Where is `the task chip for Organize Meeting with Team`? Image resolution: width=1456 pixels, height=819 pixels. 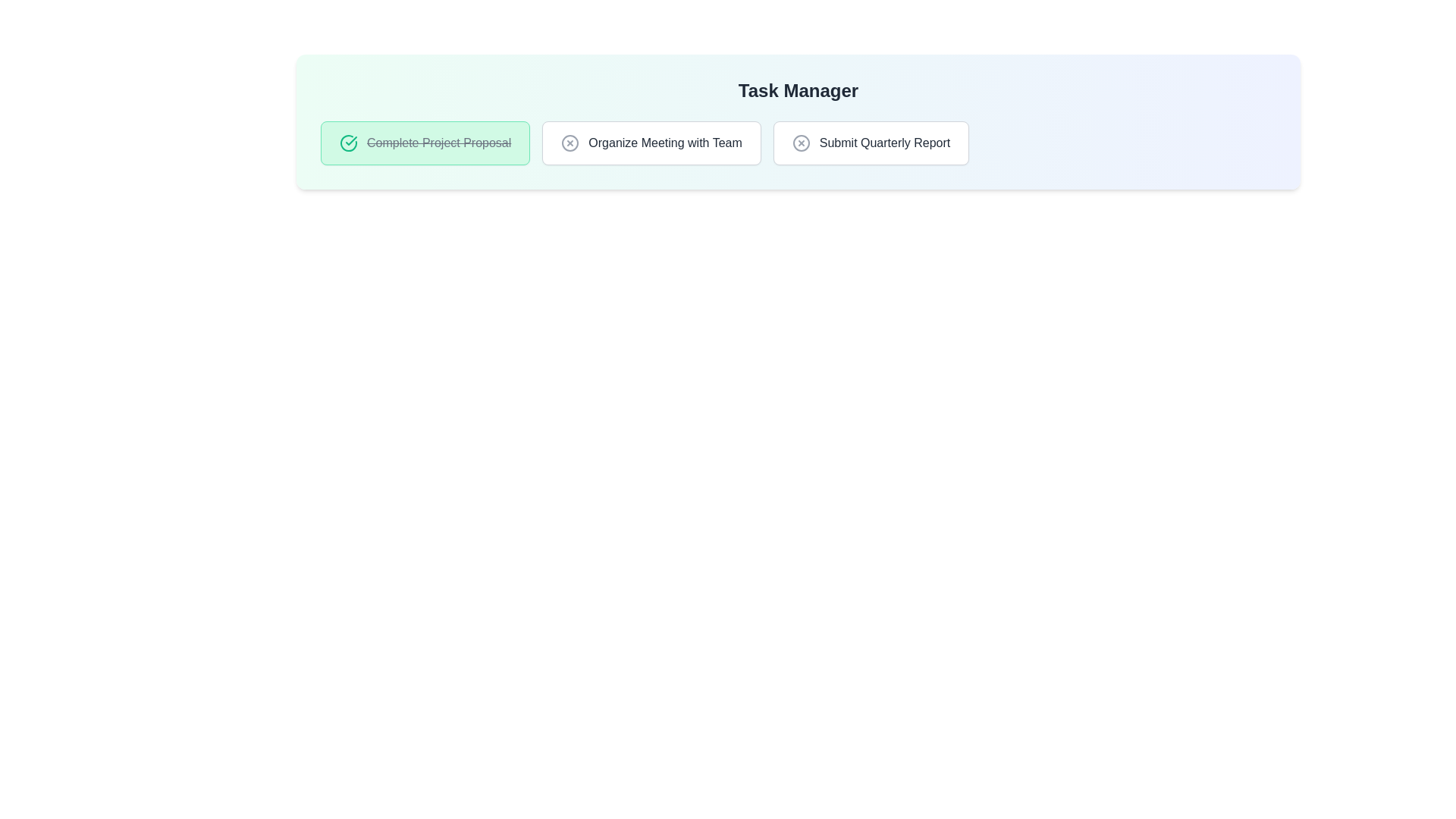
the task chip for Organize Meeting with Team is located at coordinates (651, 143).